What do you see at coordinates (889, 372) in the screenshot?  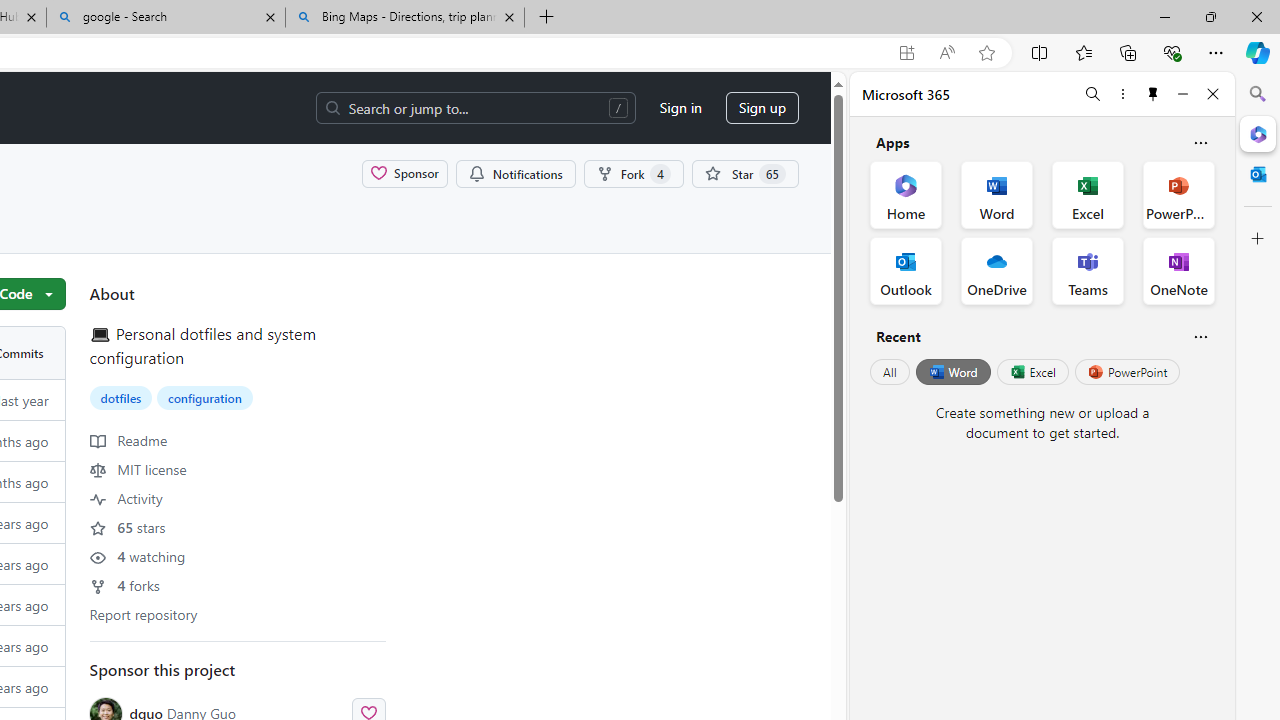 I see `'All'` at bounding box center [889, 372].